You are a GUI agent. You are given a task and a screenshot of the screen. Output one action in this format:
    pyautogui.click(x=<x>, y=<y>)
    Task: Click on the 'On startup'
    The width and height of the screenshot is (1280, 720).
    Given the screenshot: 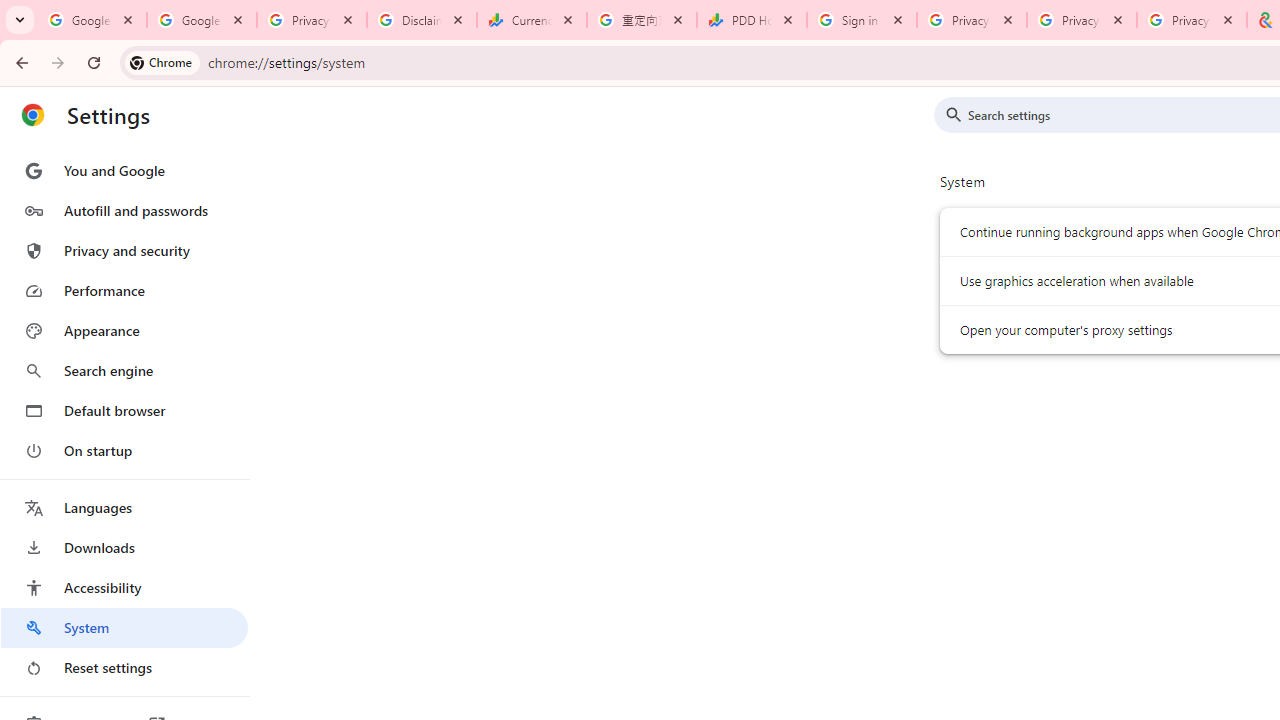 What is the action you would take?
    pyautogui.click(x=123, y=451)
    